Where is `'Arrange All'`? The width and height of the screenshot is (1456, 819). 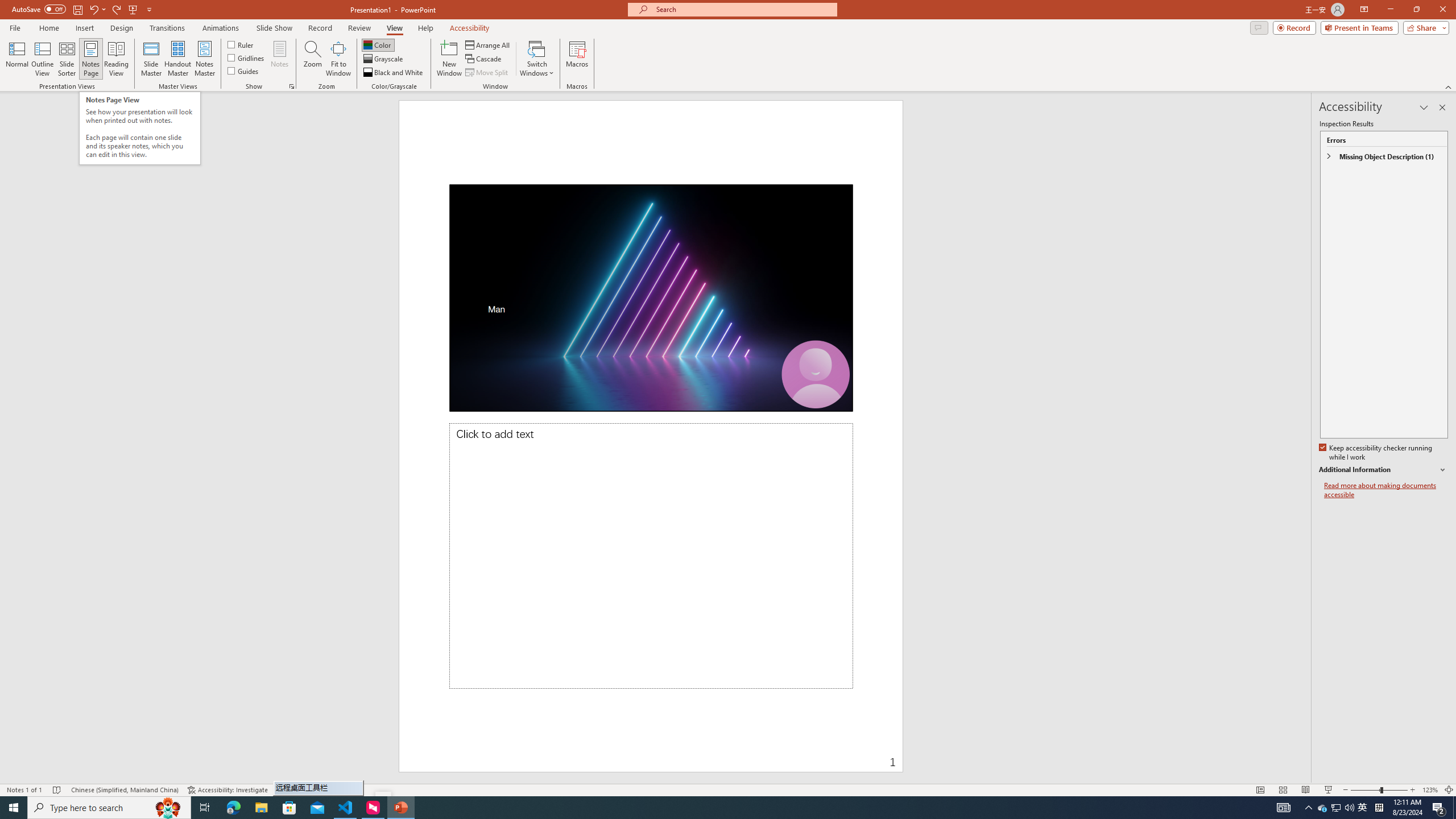
'Arrange All' is located at coordinates (487, 44).